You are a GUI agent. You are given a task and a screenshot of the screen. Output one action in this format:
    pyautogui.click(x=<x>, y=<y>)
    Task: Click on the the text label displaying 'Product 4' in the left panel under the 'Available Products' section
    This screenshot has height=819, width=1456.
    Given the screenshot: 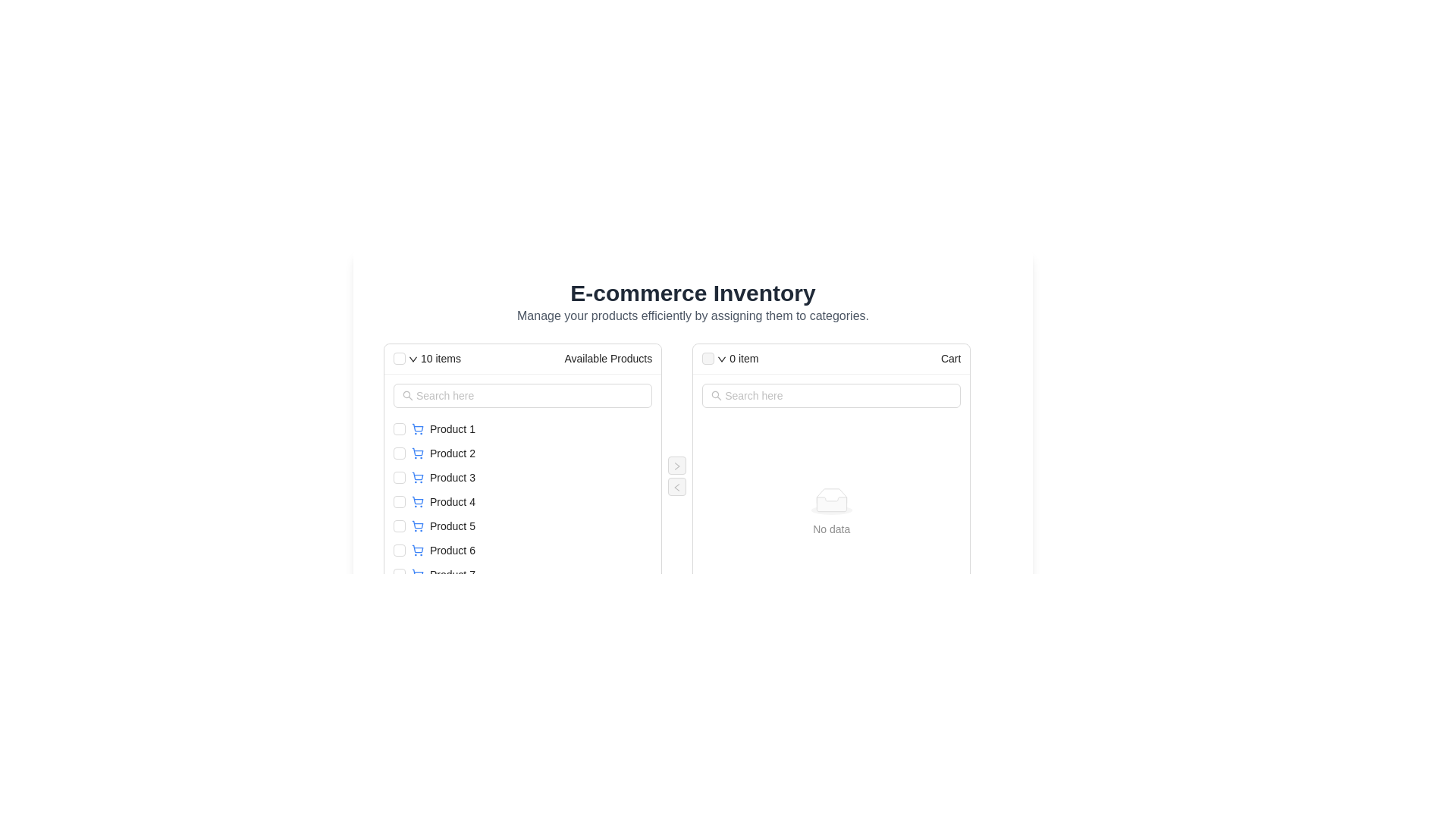 What is the action you would take?
    pyautogui.click(x=451, y=502)
    